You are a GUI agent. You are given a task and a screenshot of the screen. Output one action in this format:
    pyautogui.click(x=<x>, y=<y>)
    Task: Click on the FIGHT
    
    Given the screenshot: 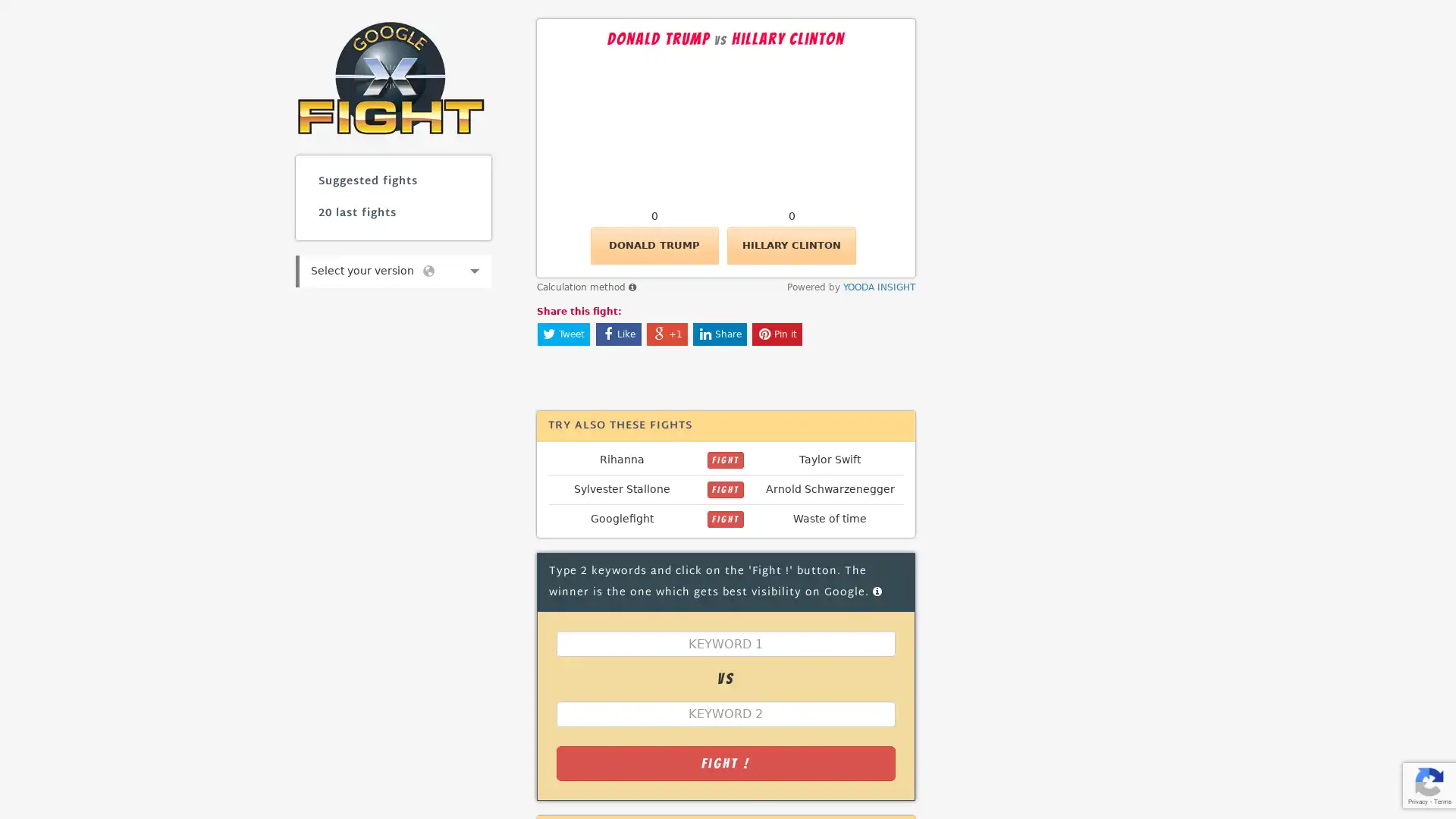 What is the action you would take?
    pyautogui.click(x=724, y=489)
    